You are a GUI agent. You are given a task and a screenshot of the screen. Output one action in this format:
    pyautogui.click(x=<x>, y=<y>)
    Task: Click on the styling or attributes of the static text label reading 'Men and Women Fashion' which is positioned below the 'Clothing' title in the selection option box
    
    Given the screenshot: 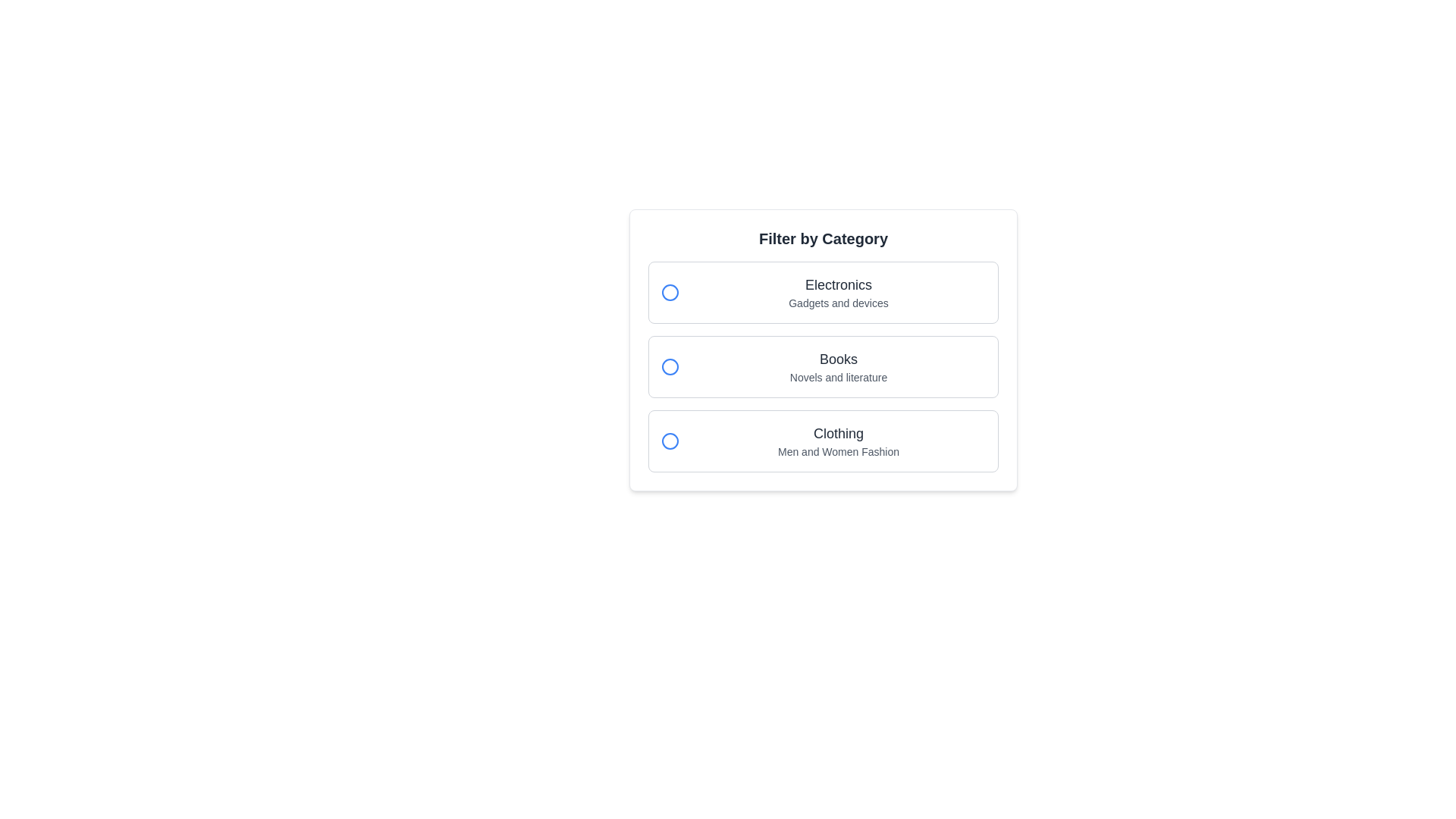 What is the action you would take?
    pyautogui.click(x=837, y=451)
    